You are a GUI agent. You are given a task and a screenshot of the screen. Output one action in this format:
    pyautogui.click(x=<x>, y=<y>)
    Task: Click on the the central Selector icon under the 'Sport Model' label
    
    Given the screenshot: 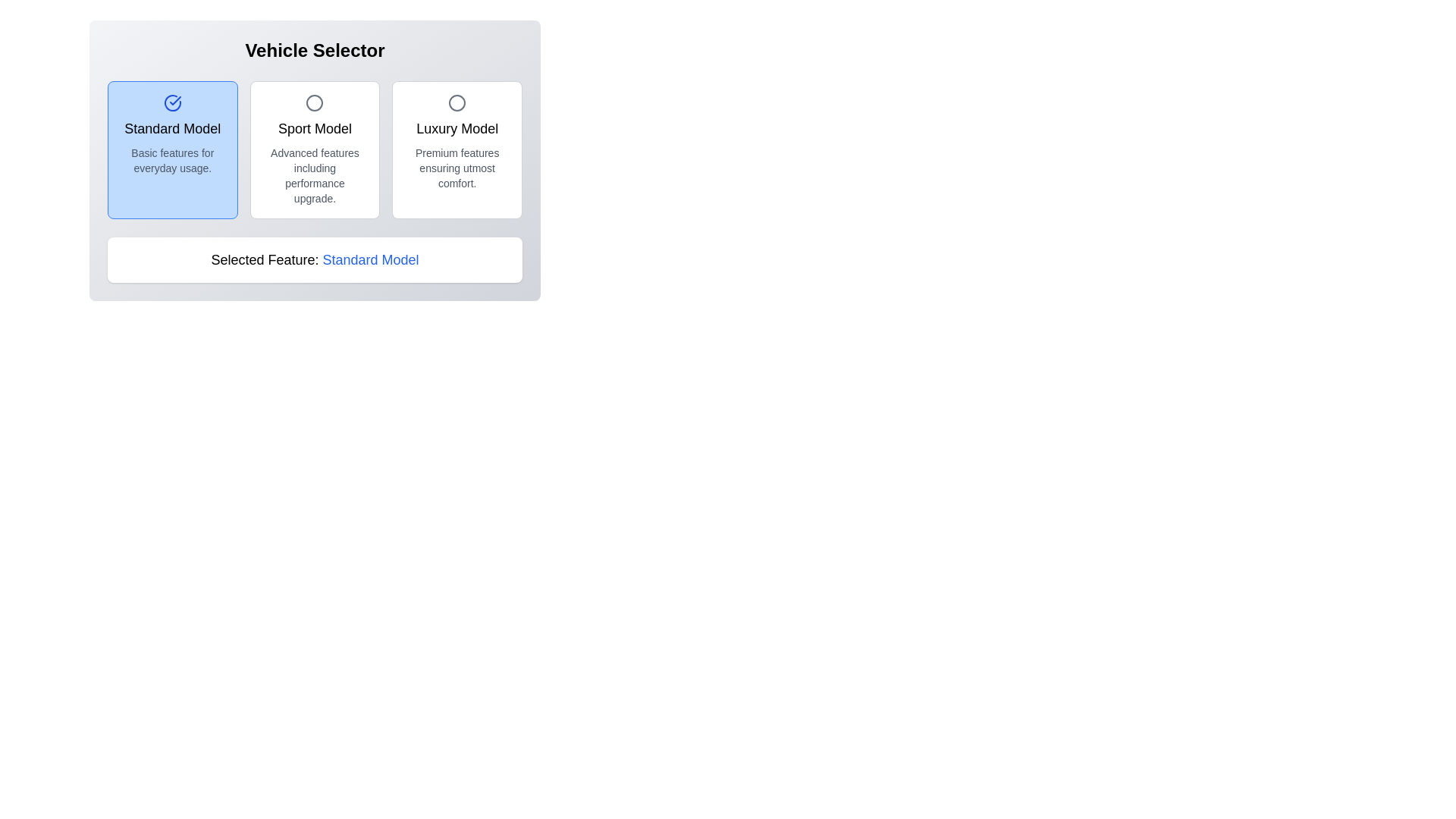 What is the action you would take?
    pyautogui.click(x=314, y=102)
    